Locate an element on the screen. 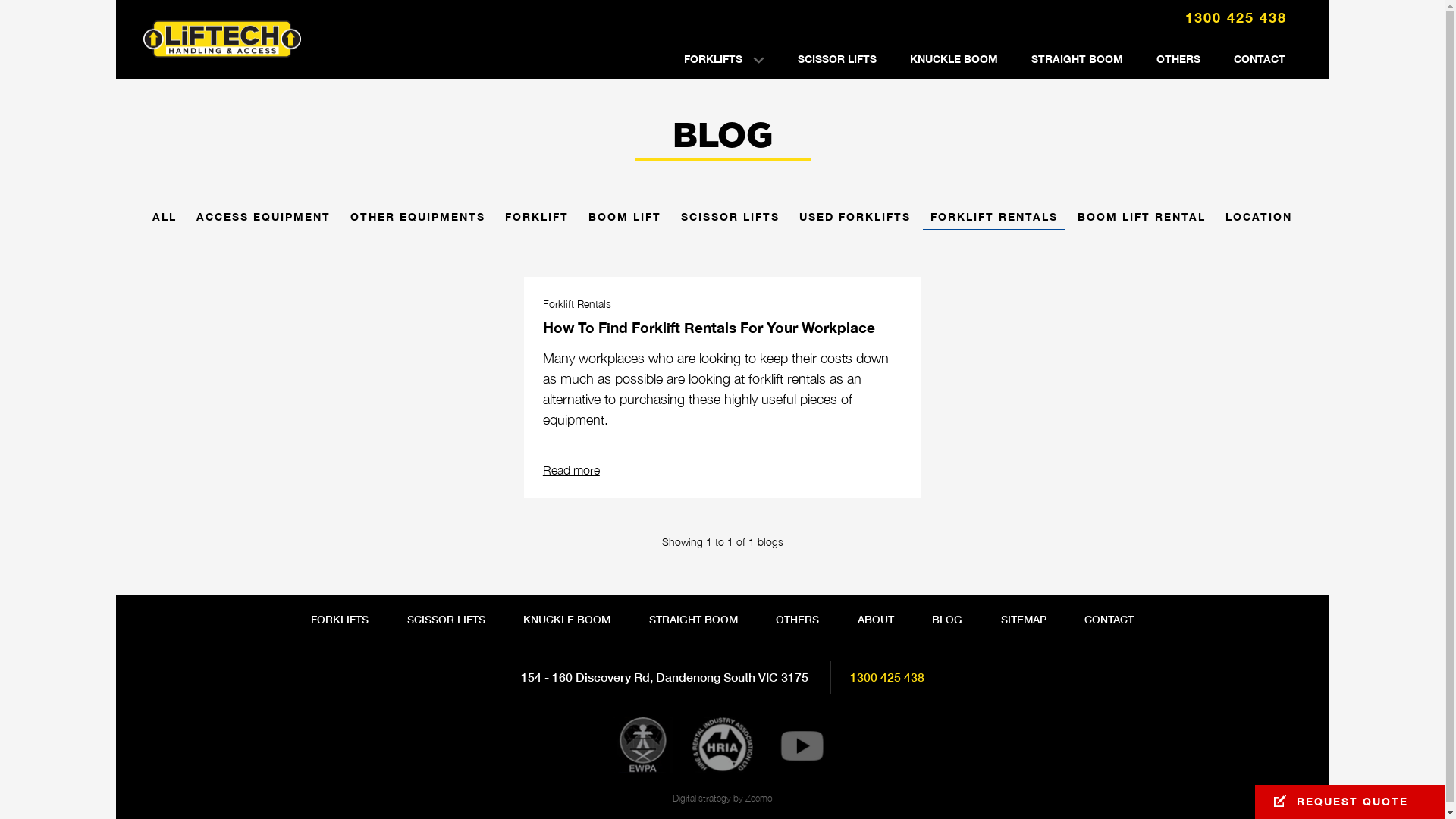  'How To Find Forklift Rentals For Your Workplace' is located at coordinates (708, 327).